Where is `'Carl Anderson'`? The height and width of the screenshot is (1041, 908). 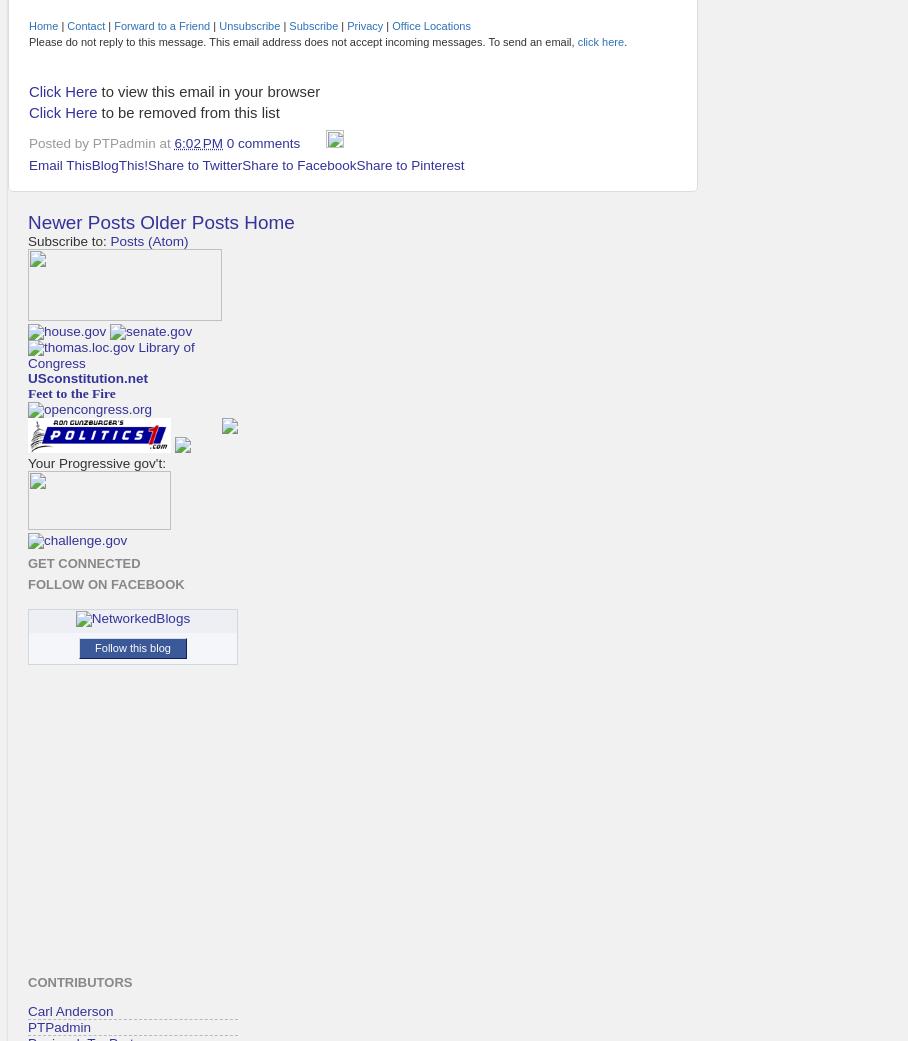 'Carl Anderson' is located at coordinates (70, 1010).